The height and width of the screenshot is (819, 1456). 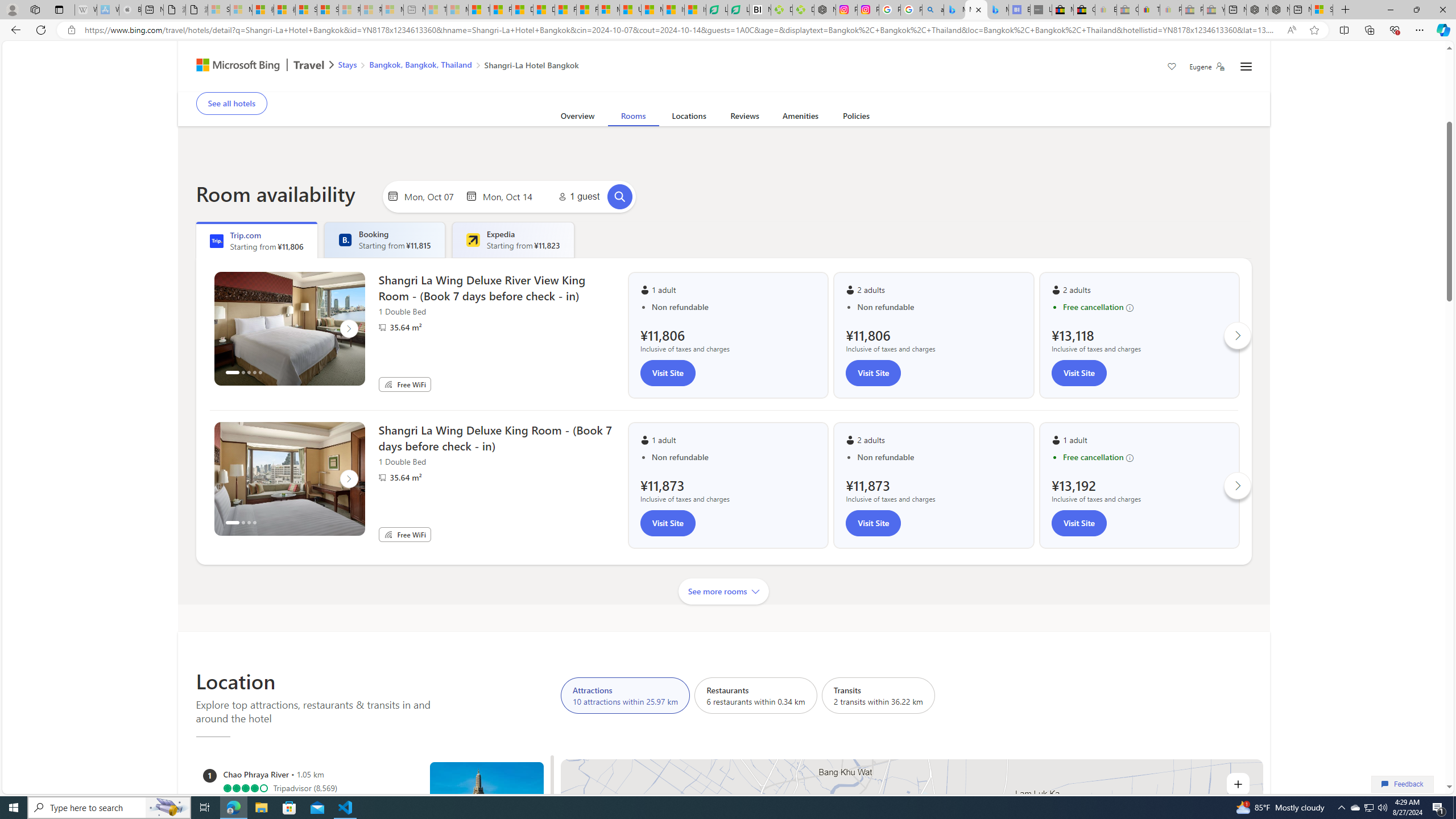 What do you see at coordinates (232, 65) in the screenshot?
I see `'Microsoft Bing'` at bounding box center [232, 65].